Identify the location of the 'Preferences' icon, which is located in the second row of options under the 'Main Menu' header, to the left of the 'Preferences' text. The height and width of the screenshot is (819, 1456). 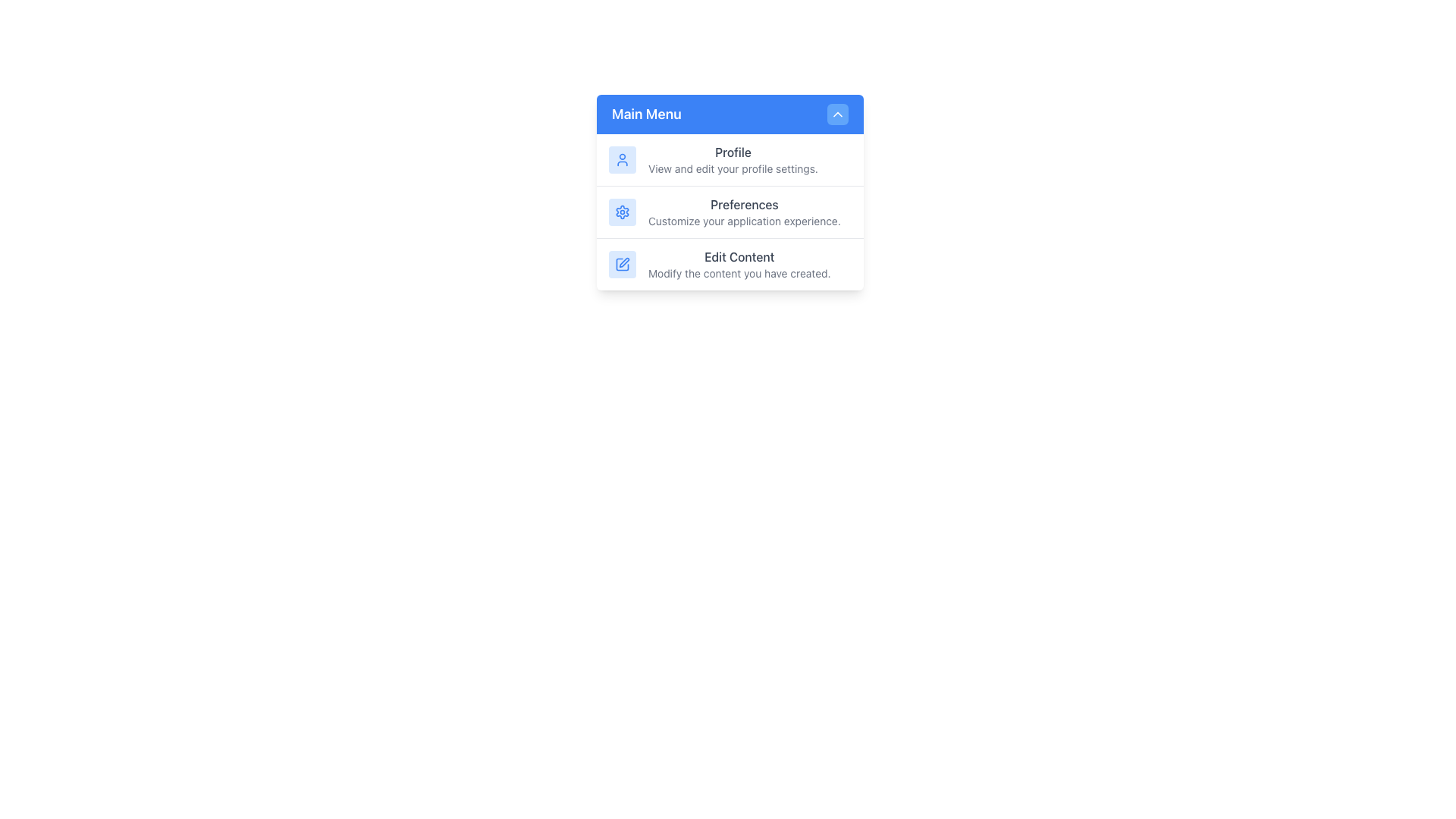
(622, 212).